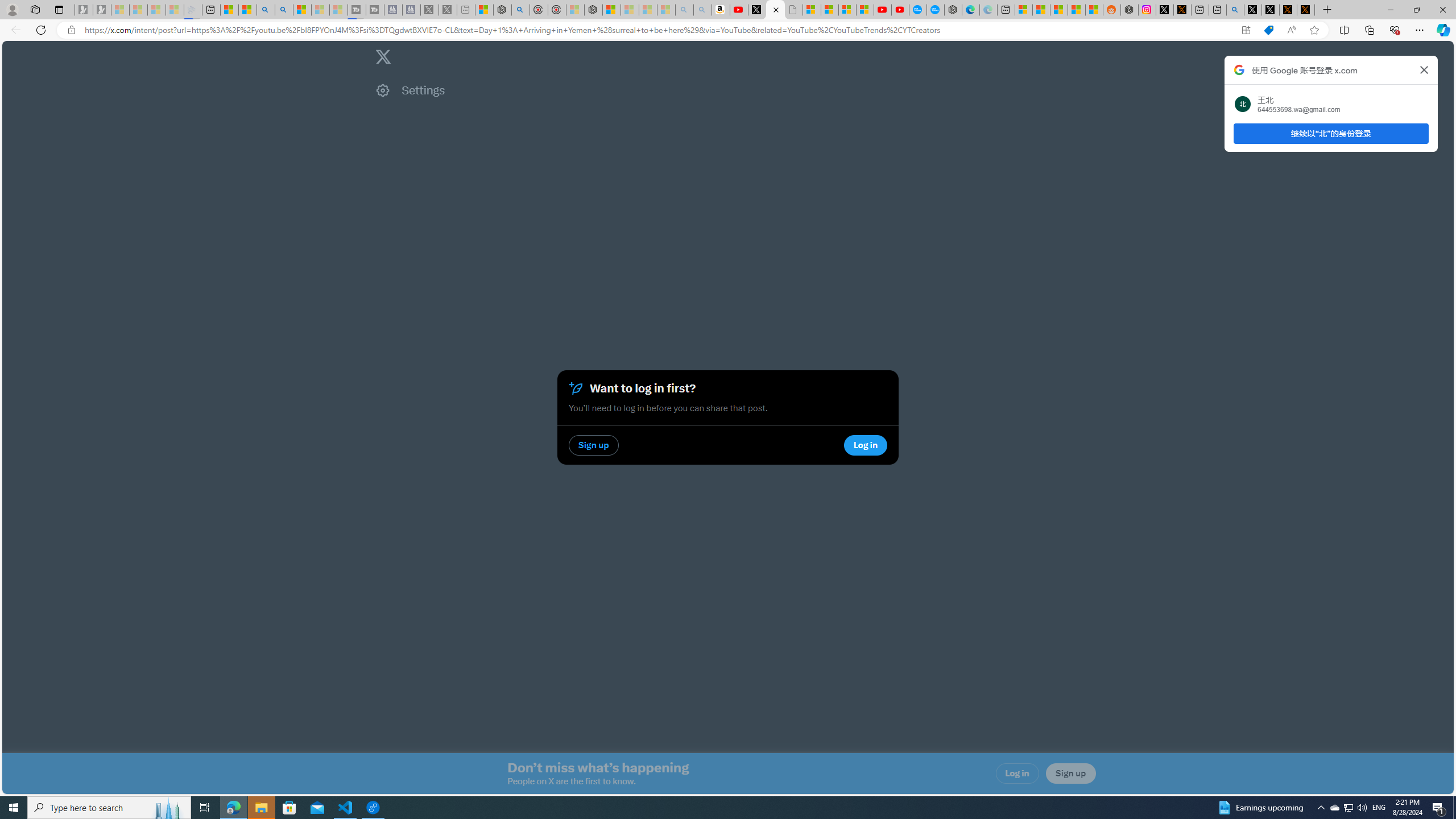  I want to click on 'Collections', so click(1368, 29).